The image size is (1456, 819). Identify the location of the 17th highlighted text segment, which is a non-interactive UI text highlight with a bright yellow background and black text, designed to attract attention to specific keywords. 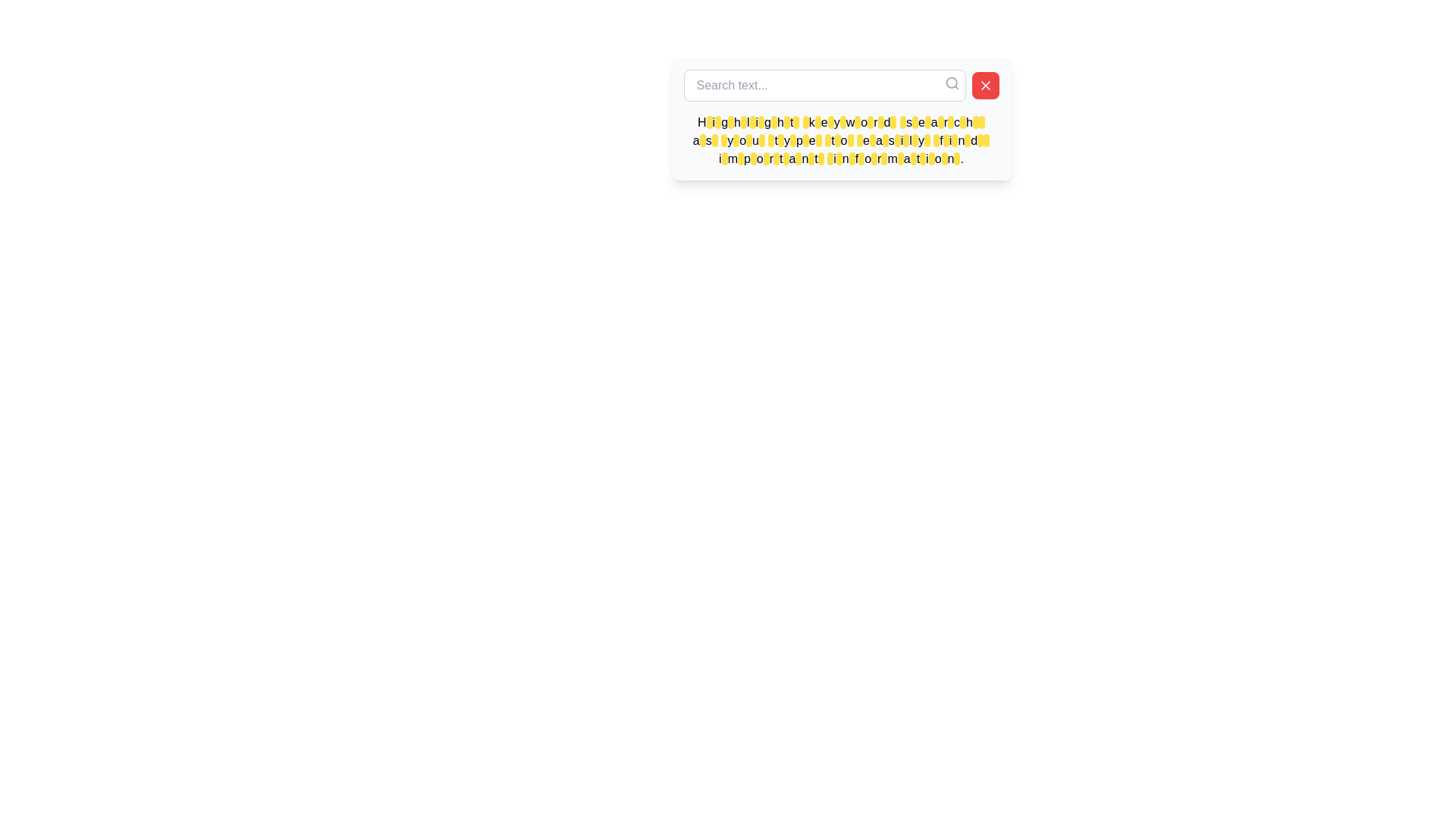
(900, 158).